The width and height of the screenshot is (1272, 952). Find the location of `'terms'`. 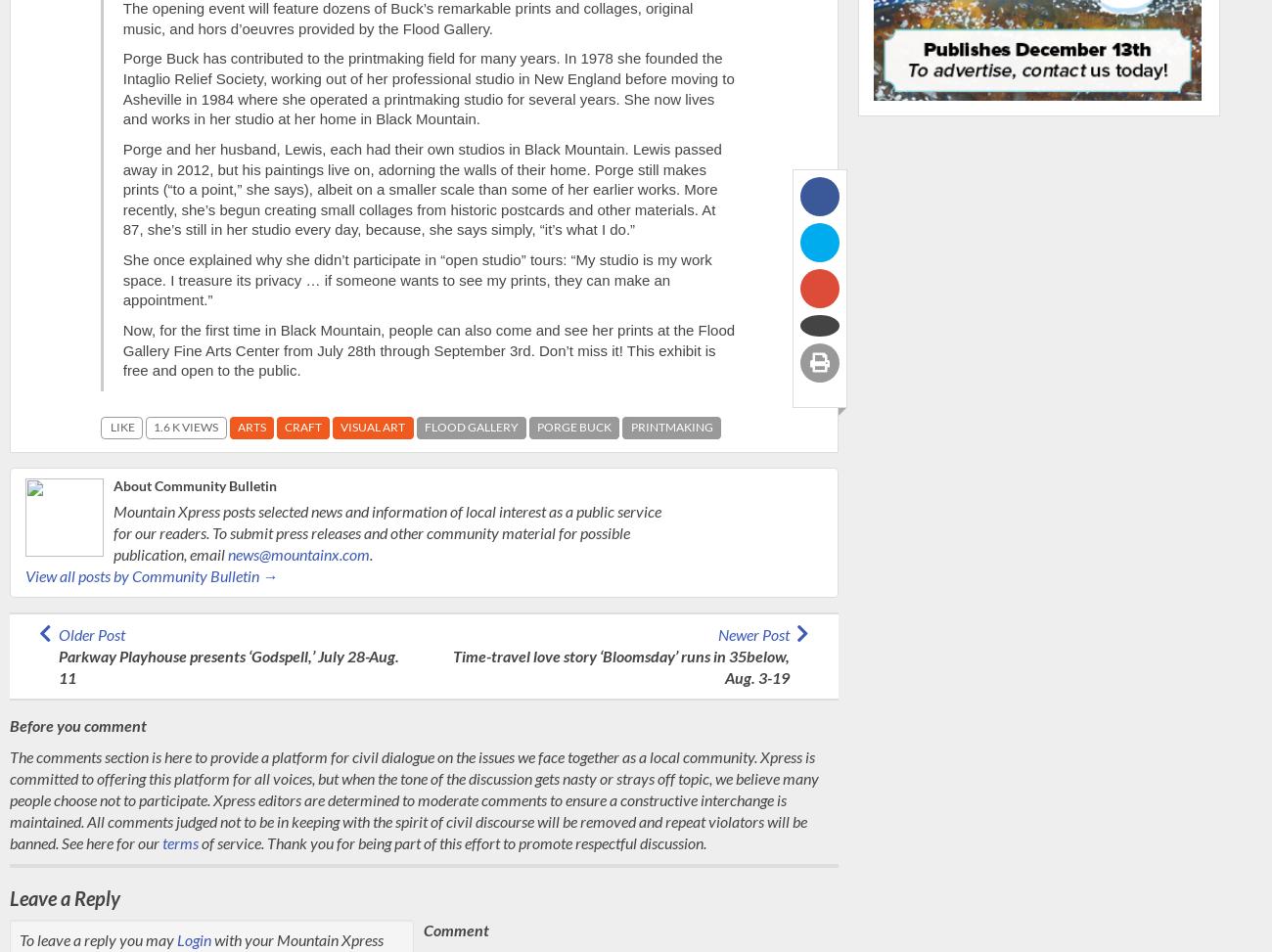

'terms' is located at coordinates (180, 841).